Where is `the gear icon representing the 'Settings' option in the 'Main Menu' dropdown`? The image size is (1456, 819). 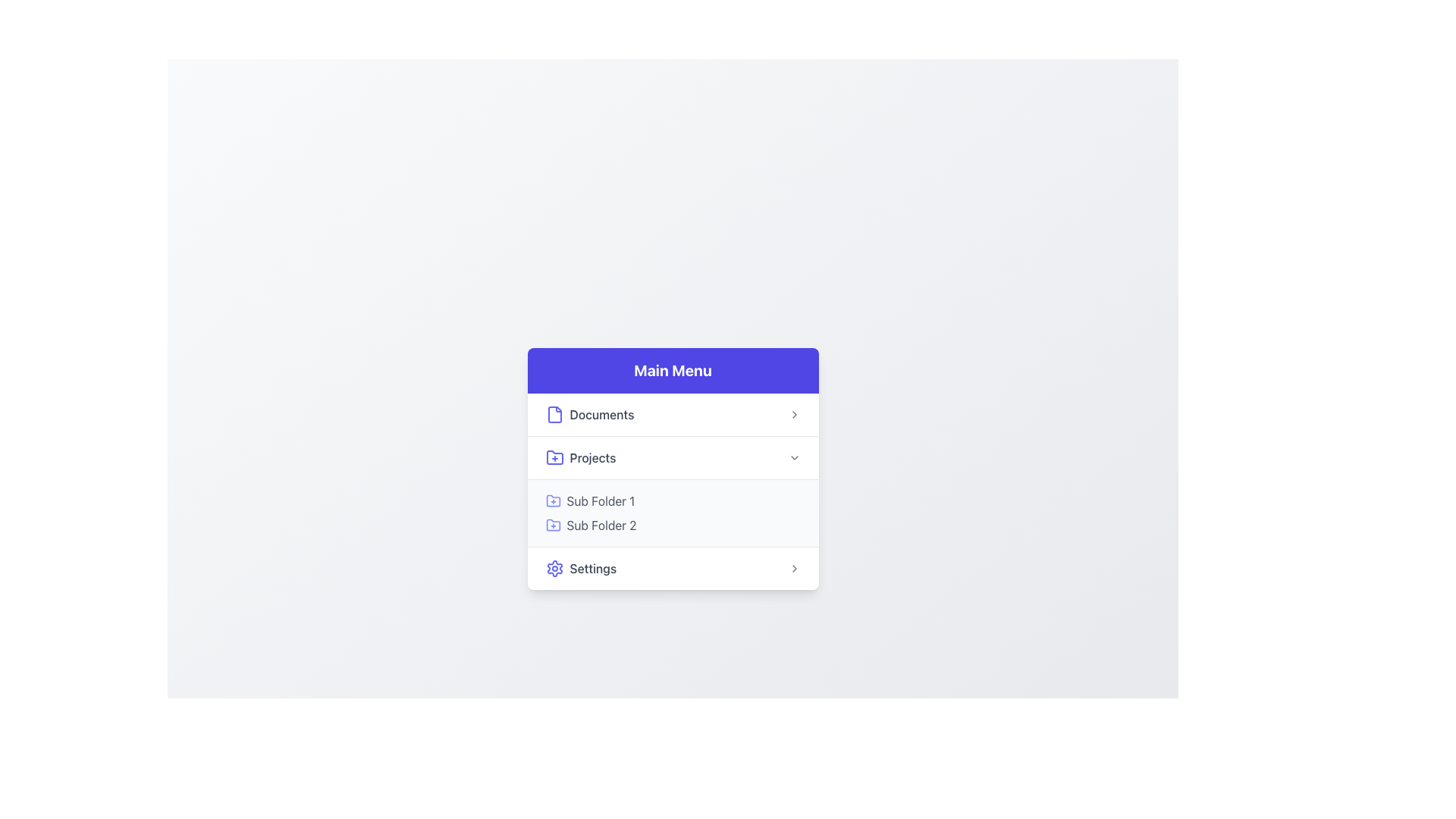
the gear icon representing the 'Settings' option in the 'Main Menu' dropdown is located at coordinates (554, 568).